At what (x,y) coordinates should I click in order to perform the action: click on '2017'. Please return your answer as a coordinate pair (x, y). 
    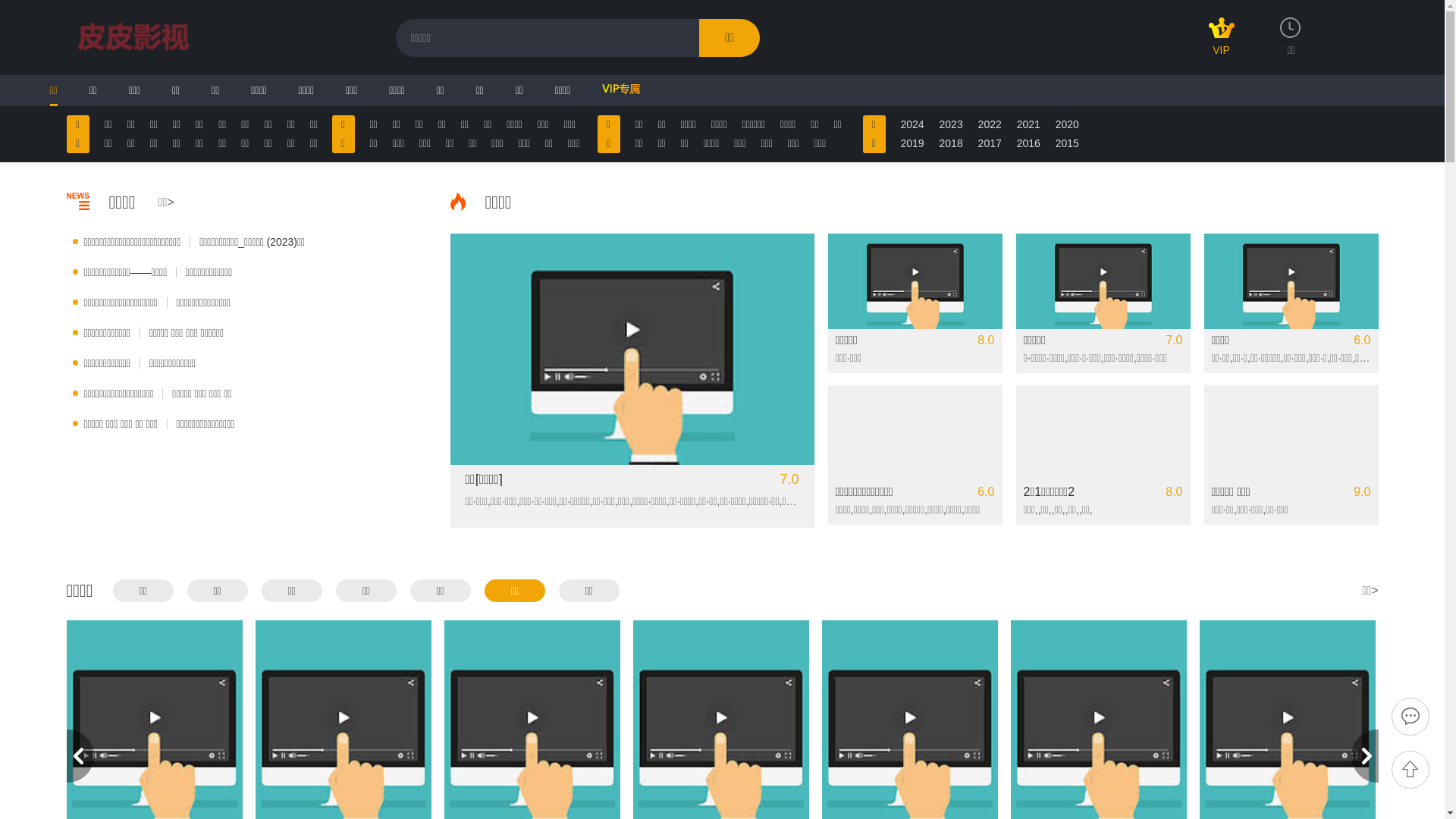
    Looking at the image, I should click on (990, 143).